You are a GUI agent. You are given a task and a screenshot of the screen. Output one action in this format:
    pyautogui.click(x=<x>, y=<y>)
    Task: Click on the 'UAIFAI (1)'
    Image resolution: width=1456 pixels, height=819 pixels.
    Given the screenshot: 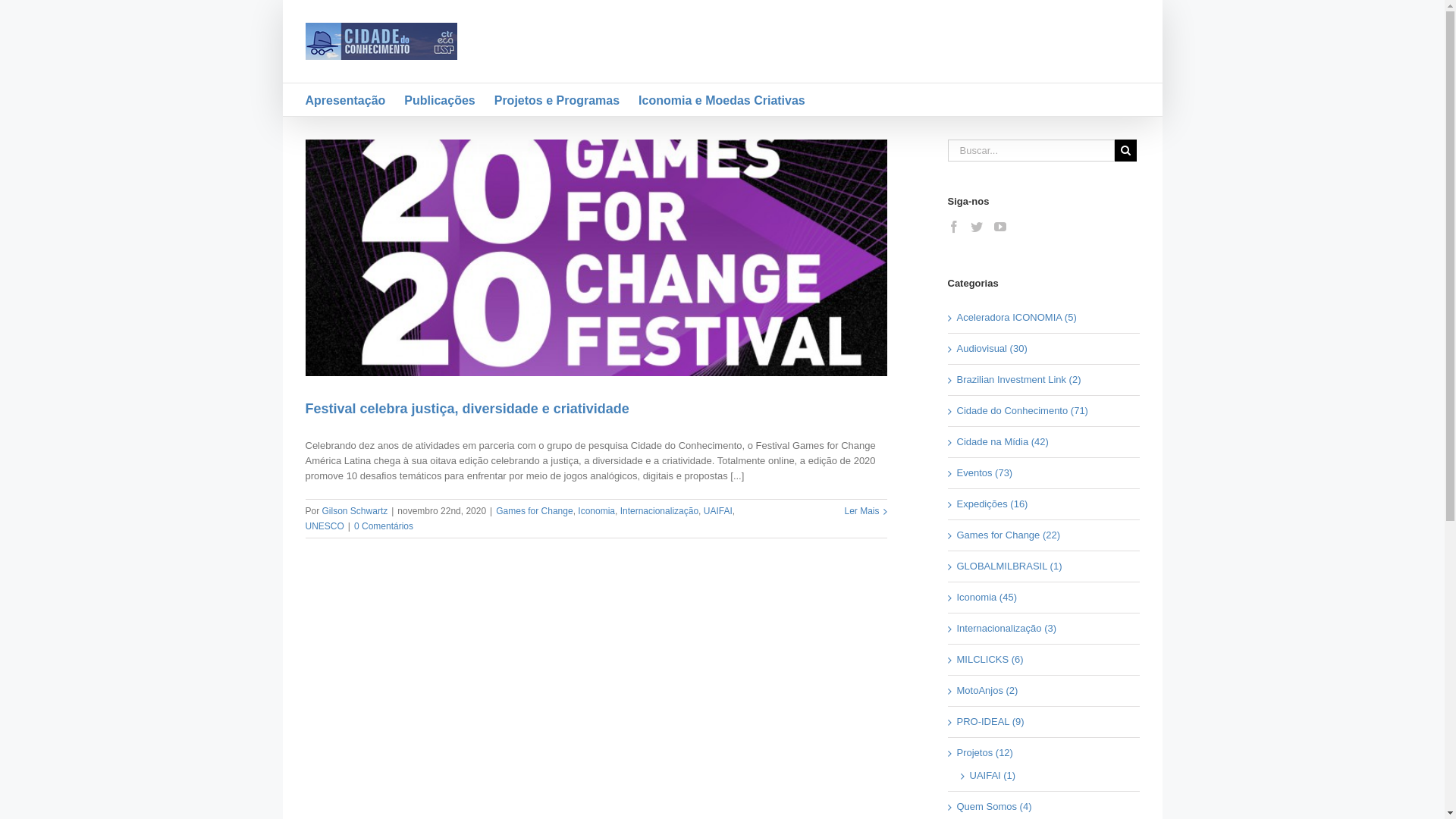 What is the action you would take?
    pyautogui.click(x=1046, y=775)
    